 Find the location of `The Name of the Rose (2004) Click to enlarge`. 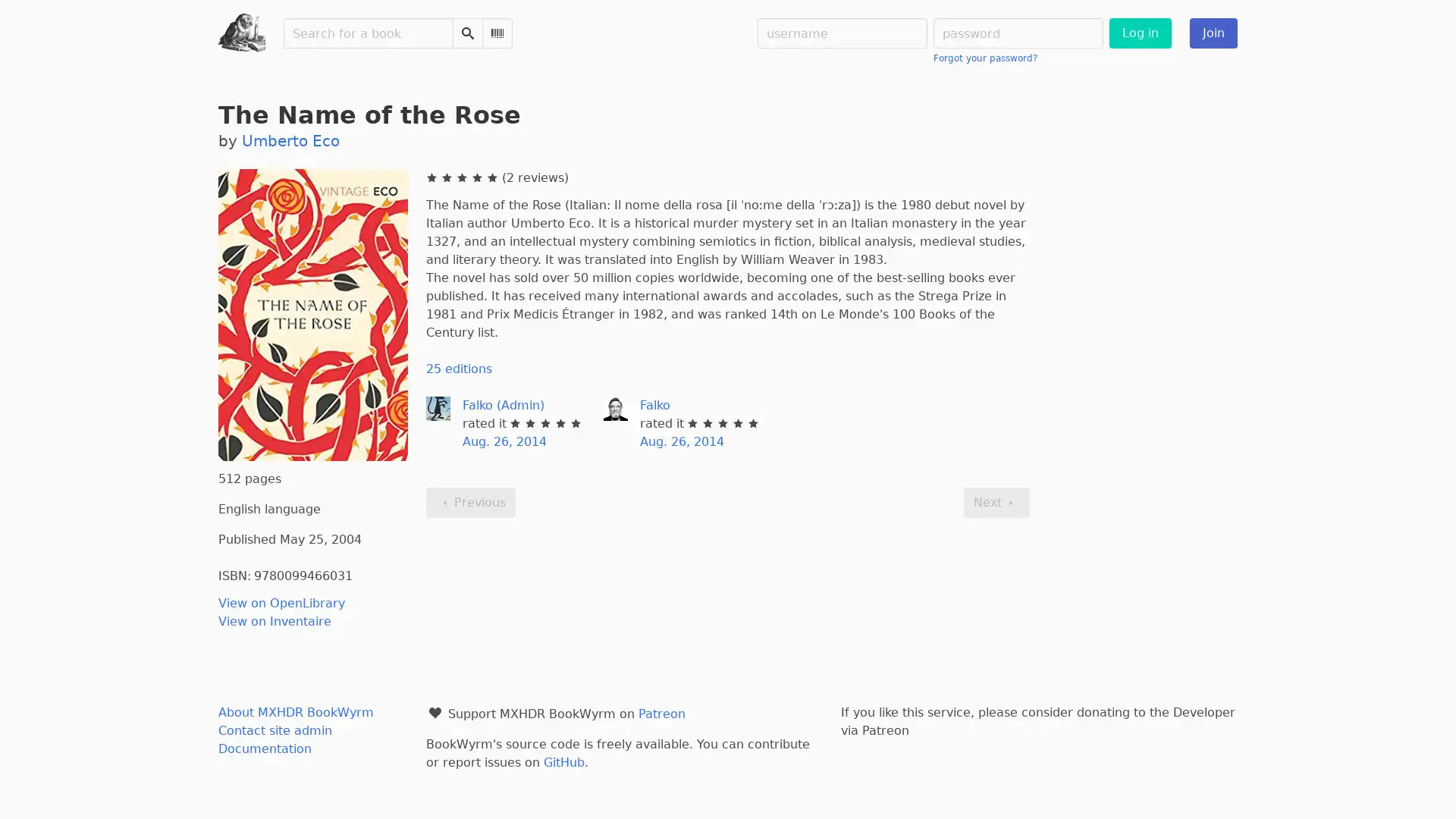

The Name of the Rose (2004) Click to enlarge is located at coordinates (312, 314).